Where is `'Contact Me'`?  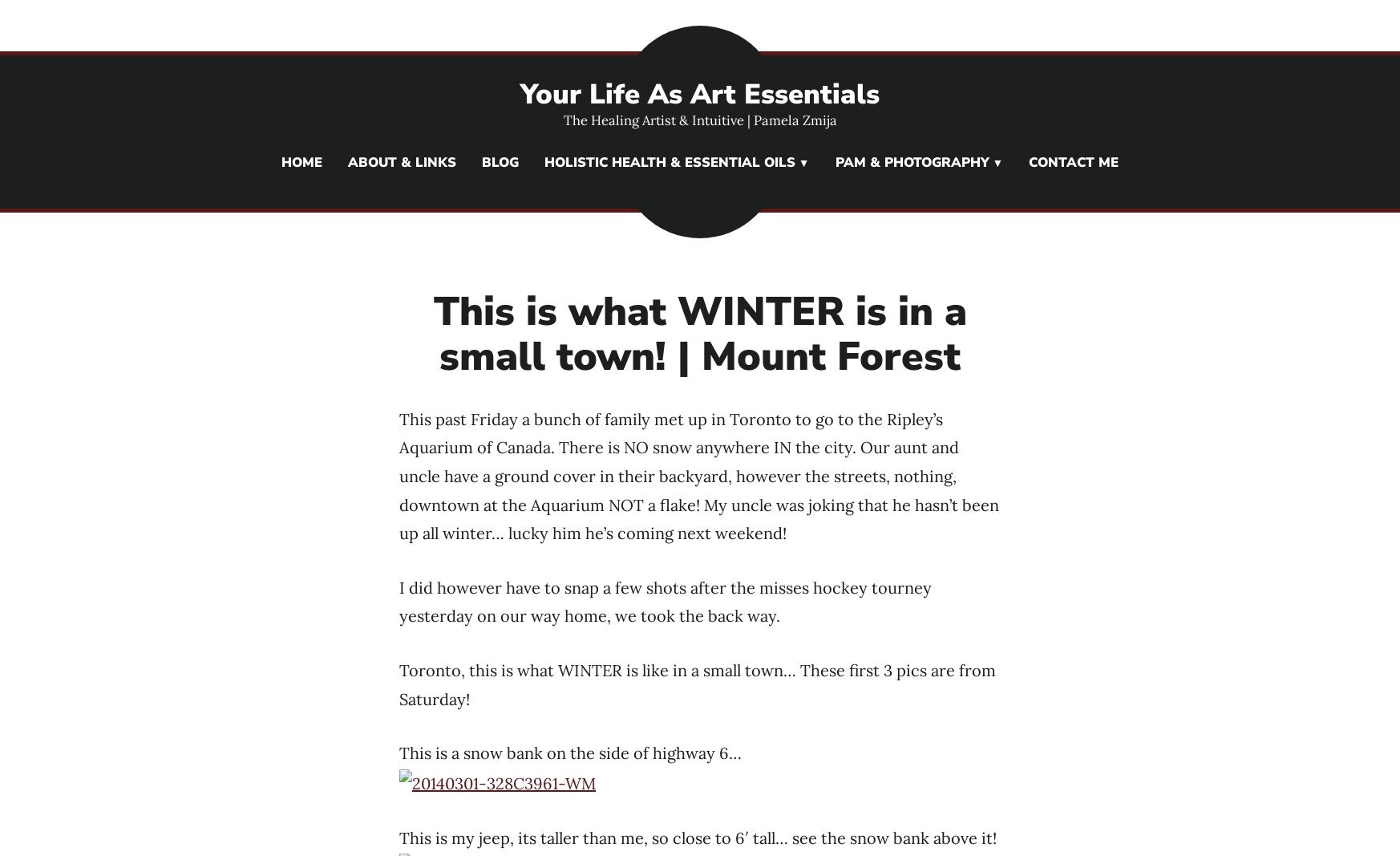
'Contact Me' is located at coordinates (1074, 162).